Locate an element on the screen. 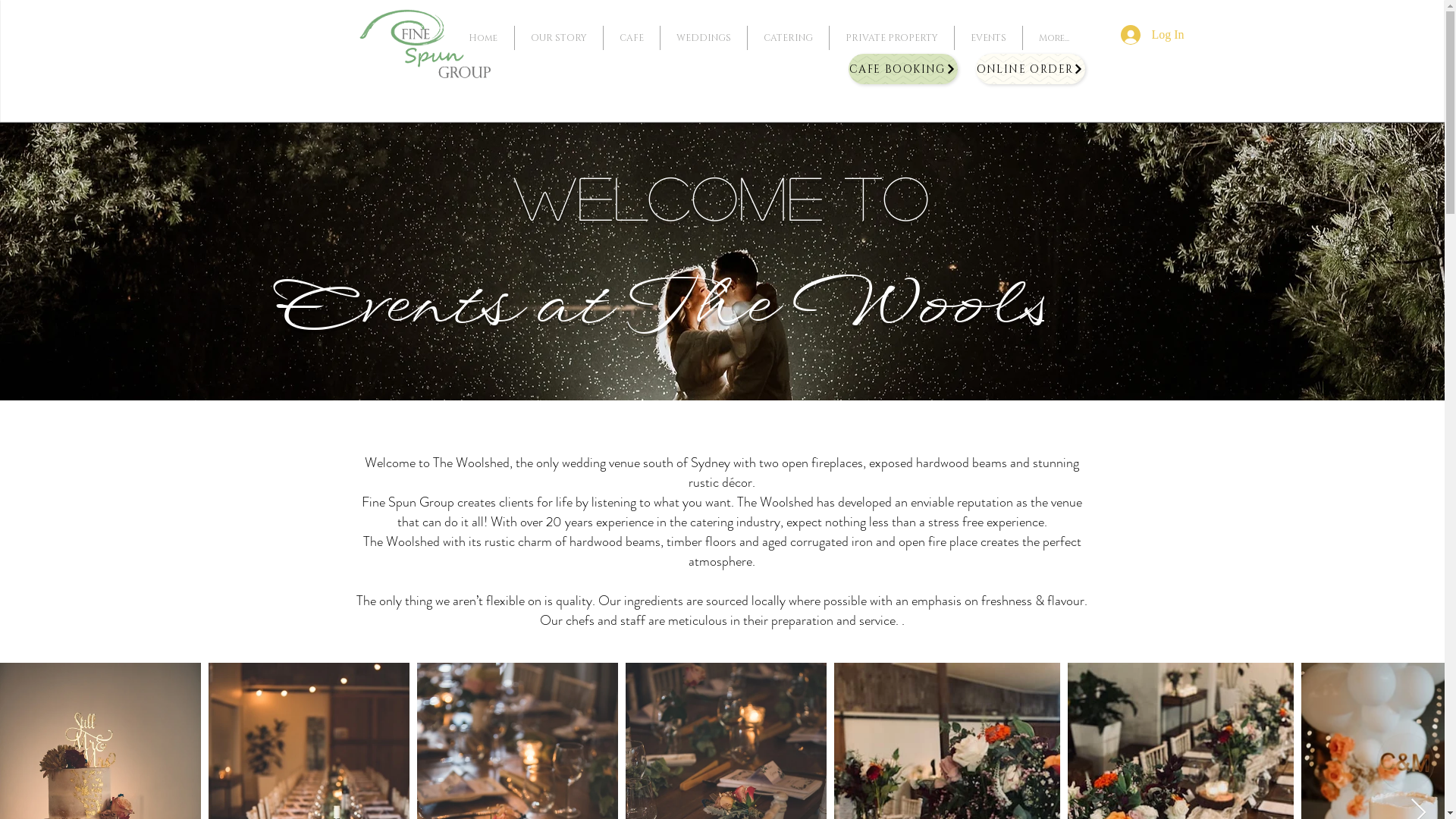 The width and height of the screenshot is (1456, 819). 'ONLINE ORDER' is located at coordinates (1030, 69).